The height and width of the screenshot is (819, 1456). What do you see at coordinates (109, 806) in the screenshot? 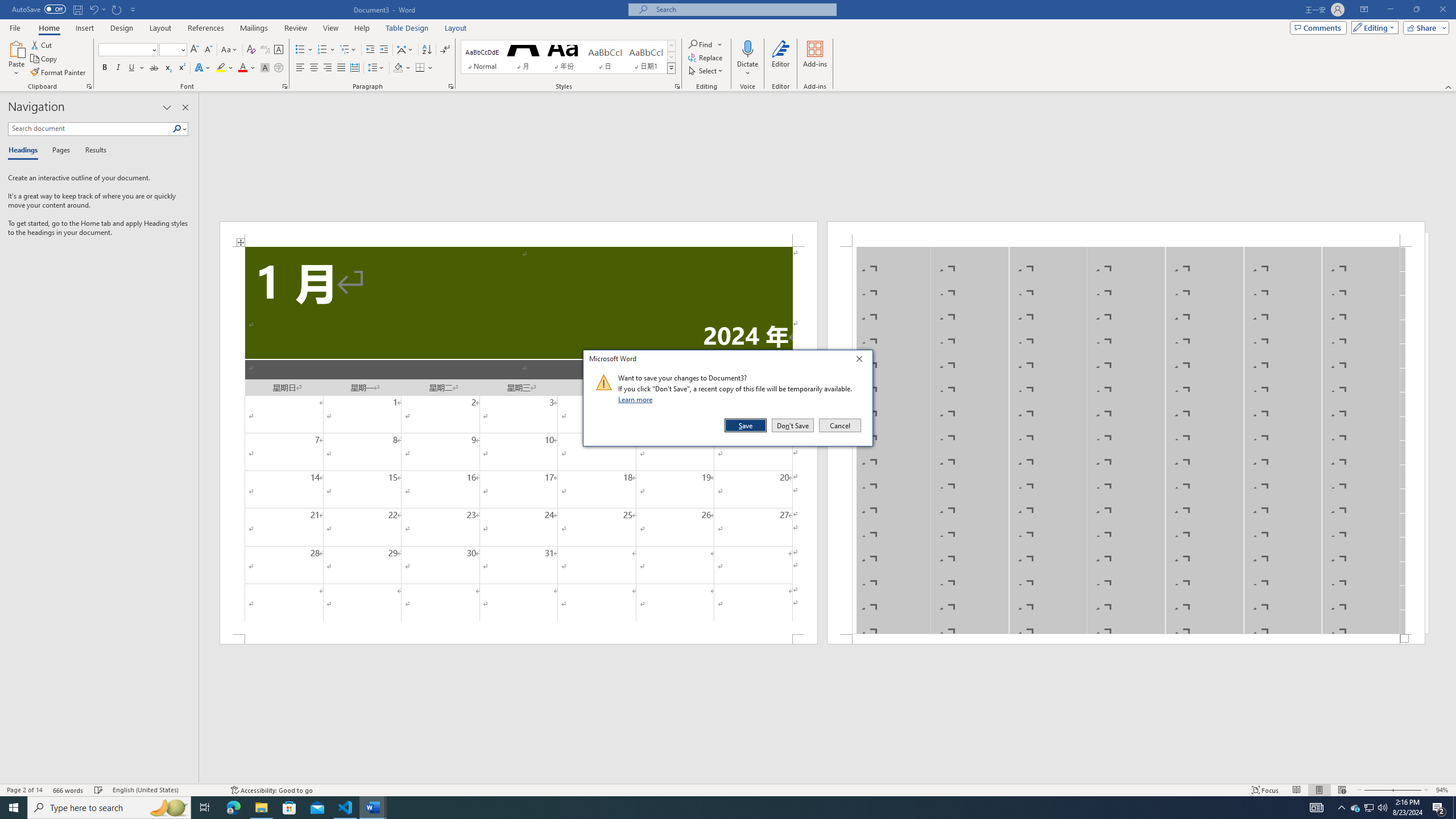
I see `'Type here to search'` at bounding box center [109, 806].